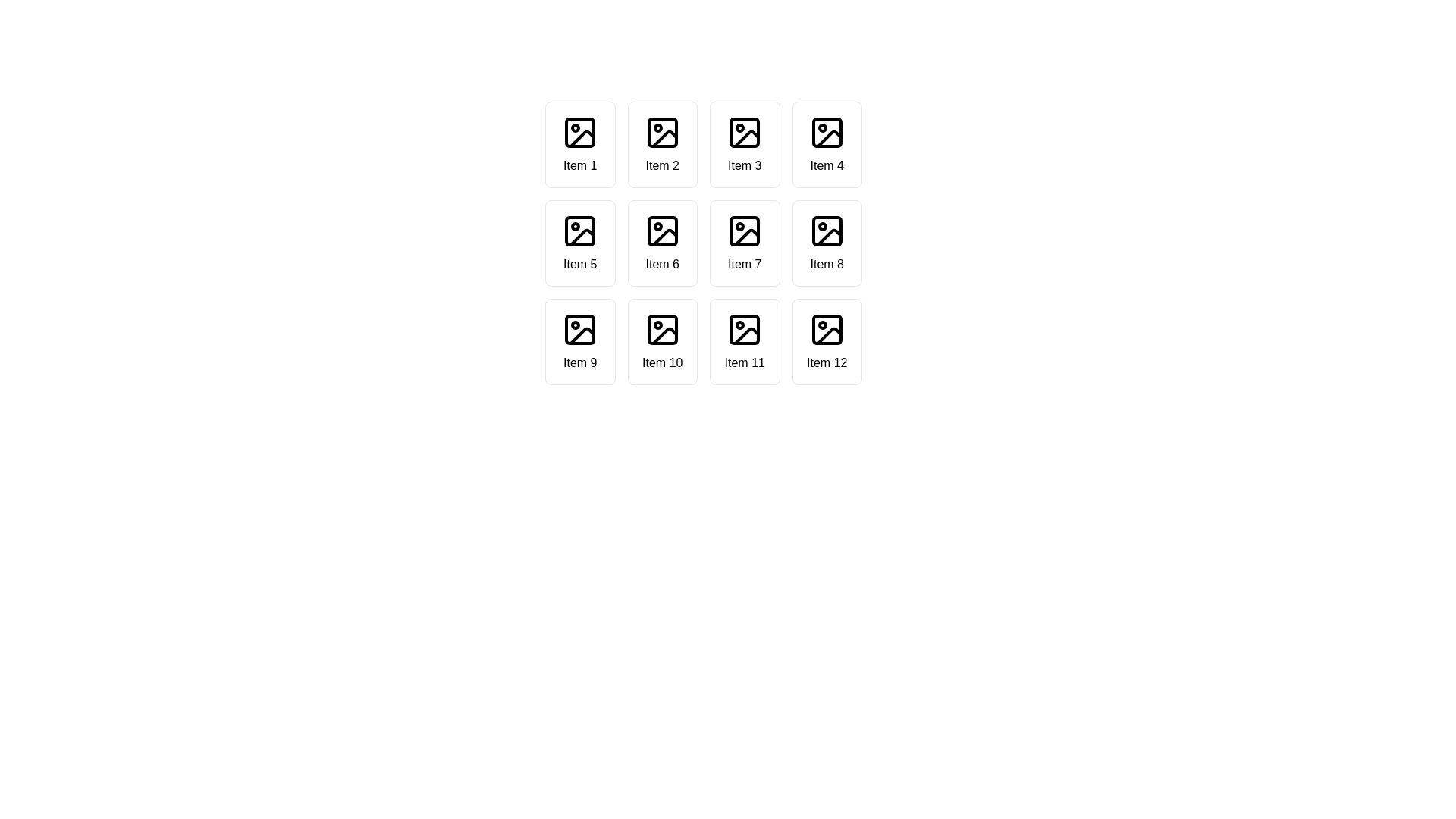 The width and height of the screenshot is (1456, 819). What do you see at coordinates (745, 231) in the screenshot?
I see `the graphical icon resembling an image placeholder with a mountain shape and sun-like circle, located in the seventh item of the grid layout labeled 'Item 7'` at bounding box center [745, 231].